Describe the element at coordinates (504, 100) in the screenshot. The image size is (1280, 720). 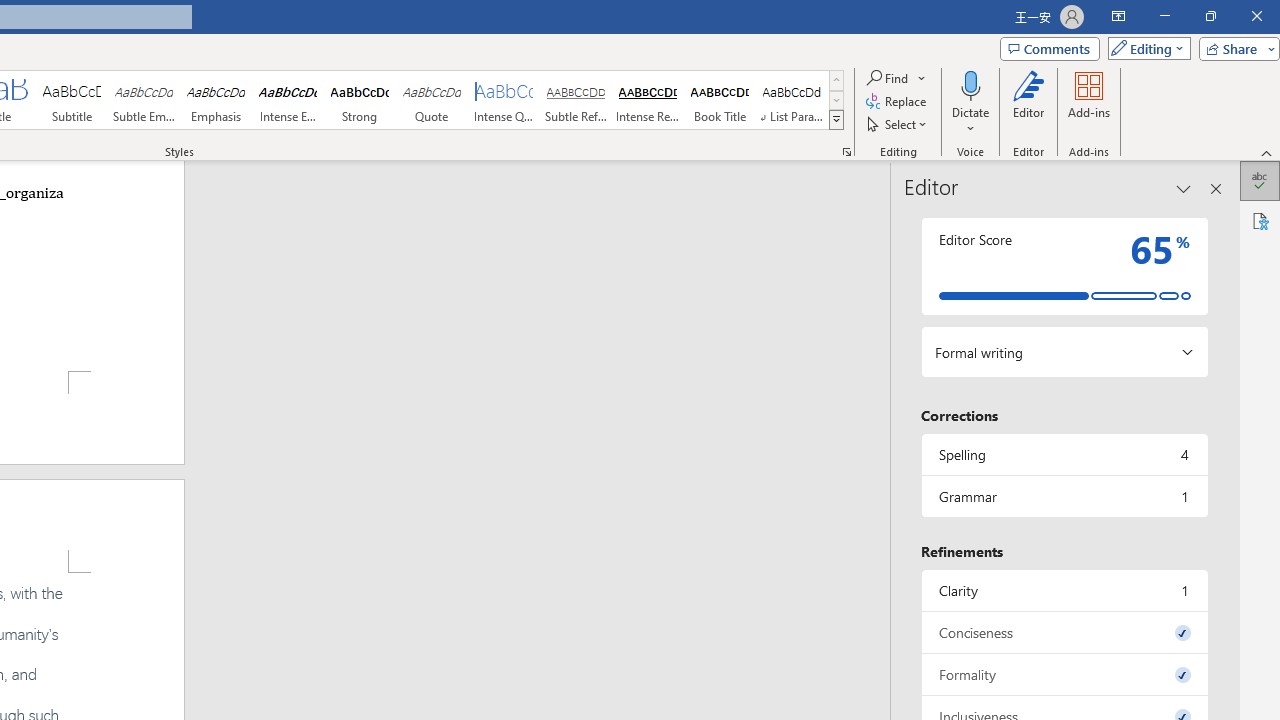
I see `'Intense Quote'` at that location.